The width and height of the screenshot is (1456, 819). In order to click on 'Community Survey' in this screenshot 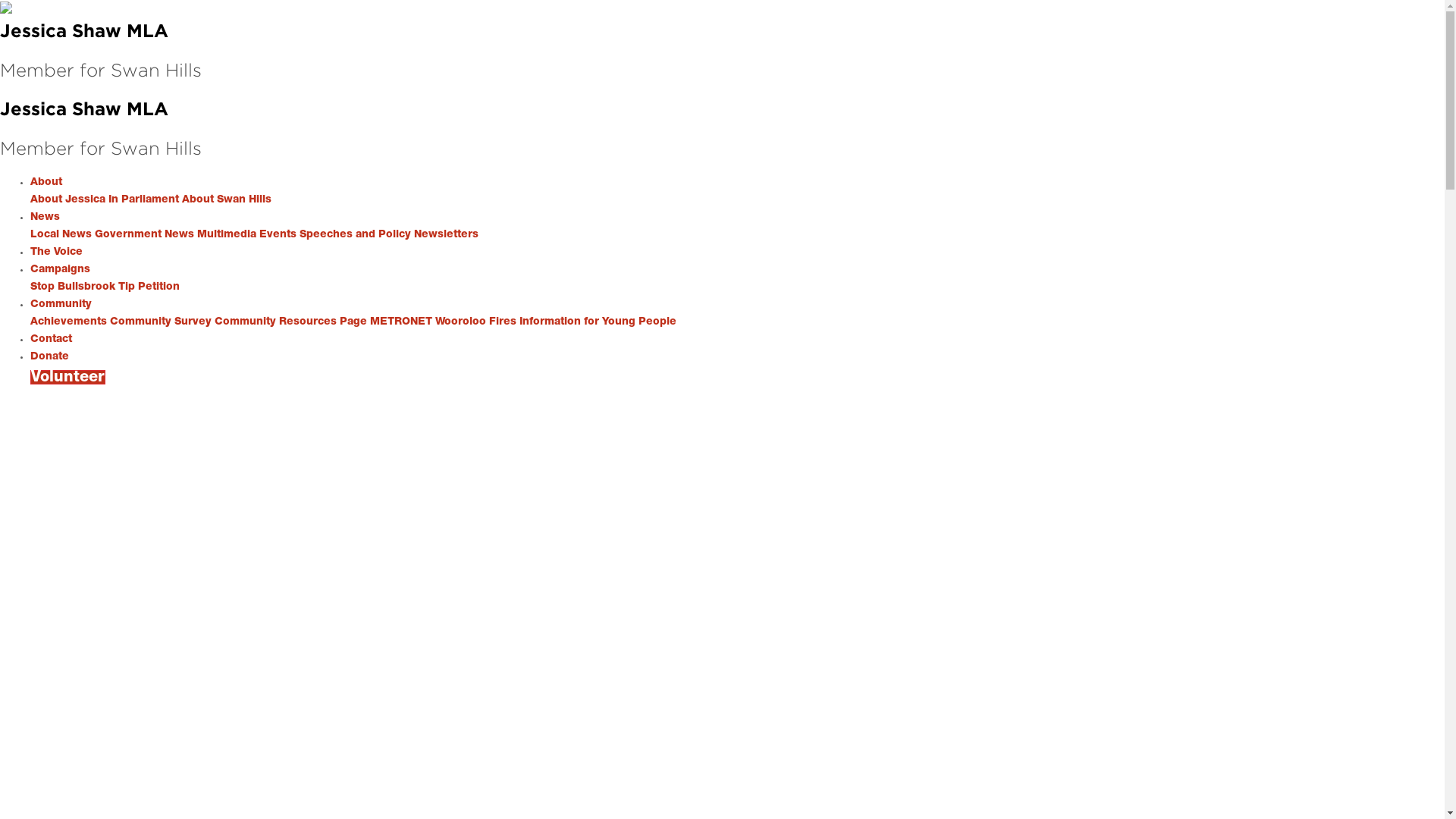, I will do `click(160, 321)`.